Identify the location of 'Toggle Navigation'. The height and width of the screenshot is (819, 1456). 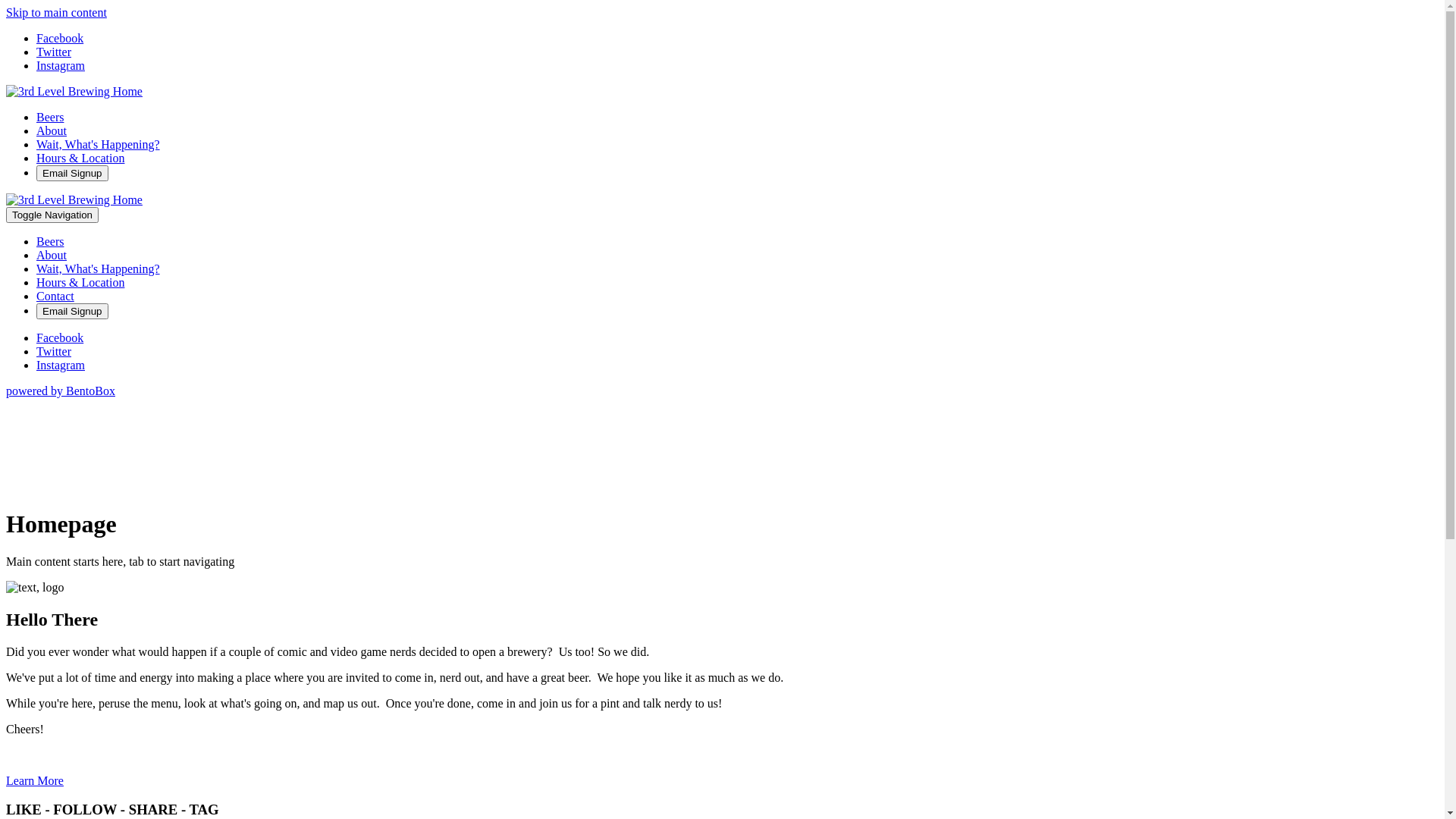
(52, 215).